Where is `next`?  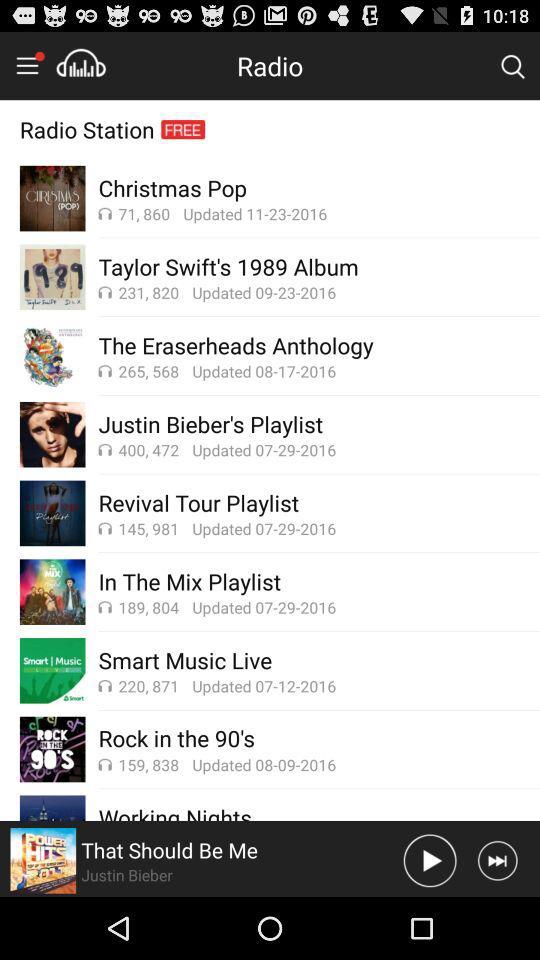
next is located at coordinates (496, 859).